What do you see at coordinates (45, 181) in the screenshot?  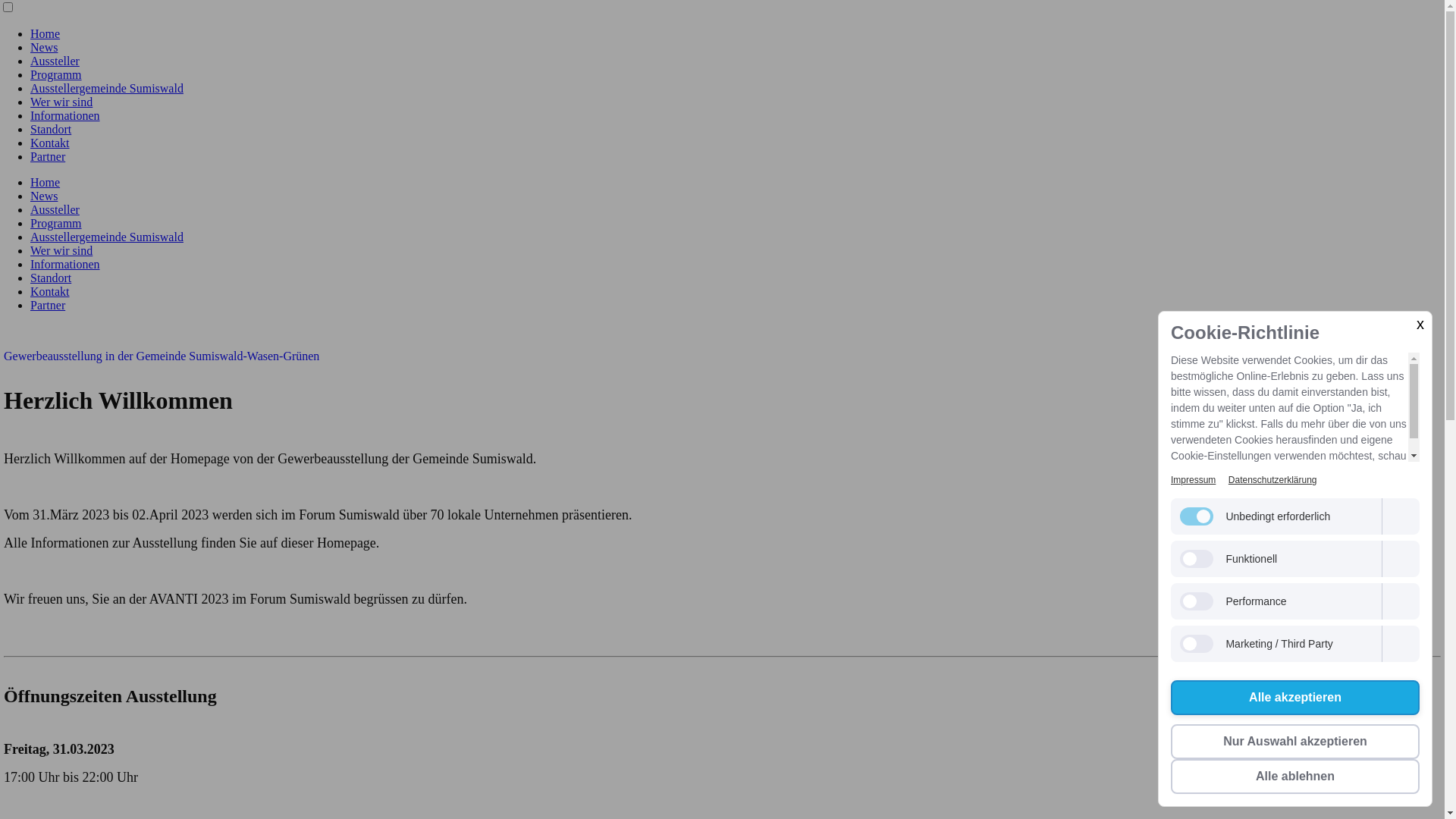 I see `'Home'` at bounding box center [45, 181].